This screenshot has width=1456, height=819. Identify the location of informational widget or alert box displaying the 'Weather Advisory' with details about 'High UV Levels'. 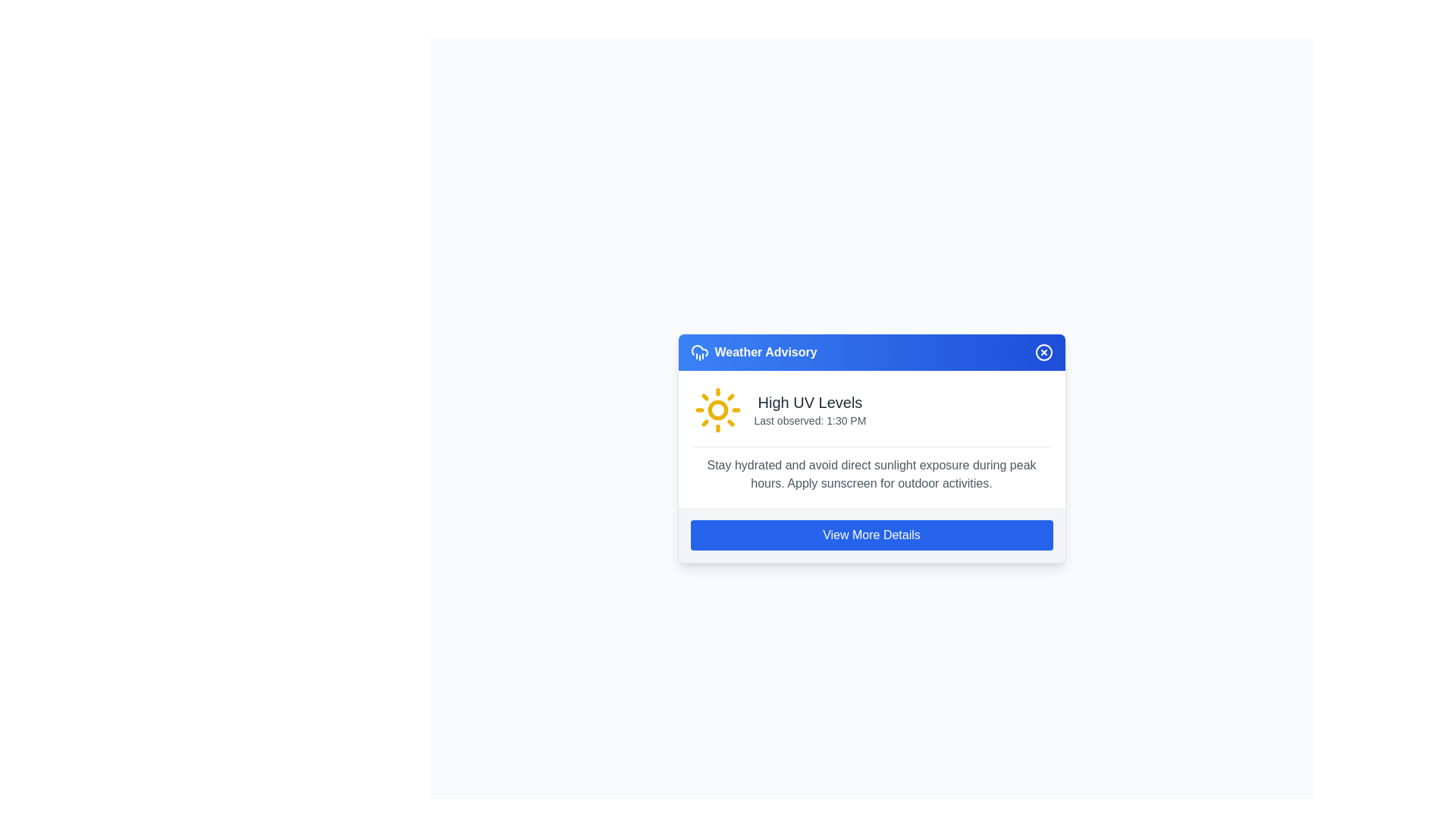
(871, 447).